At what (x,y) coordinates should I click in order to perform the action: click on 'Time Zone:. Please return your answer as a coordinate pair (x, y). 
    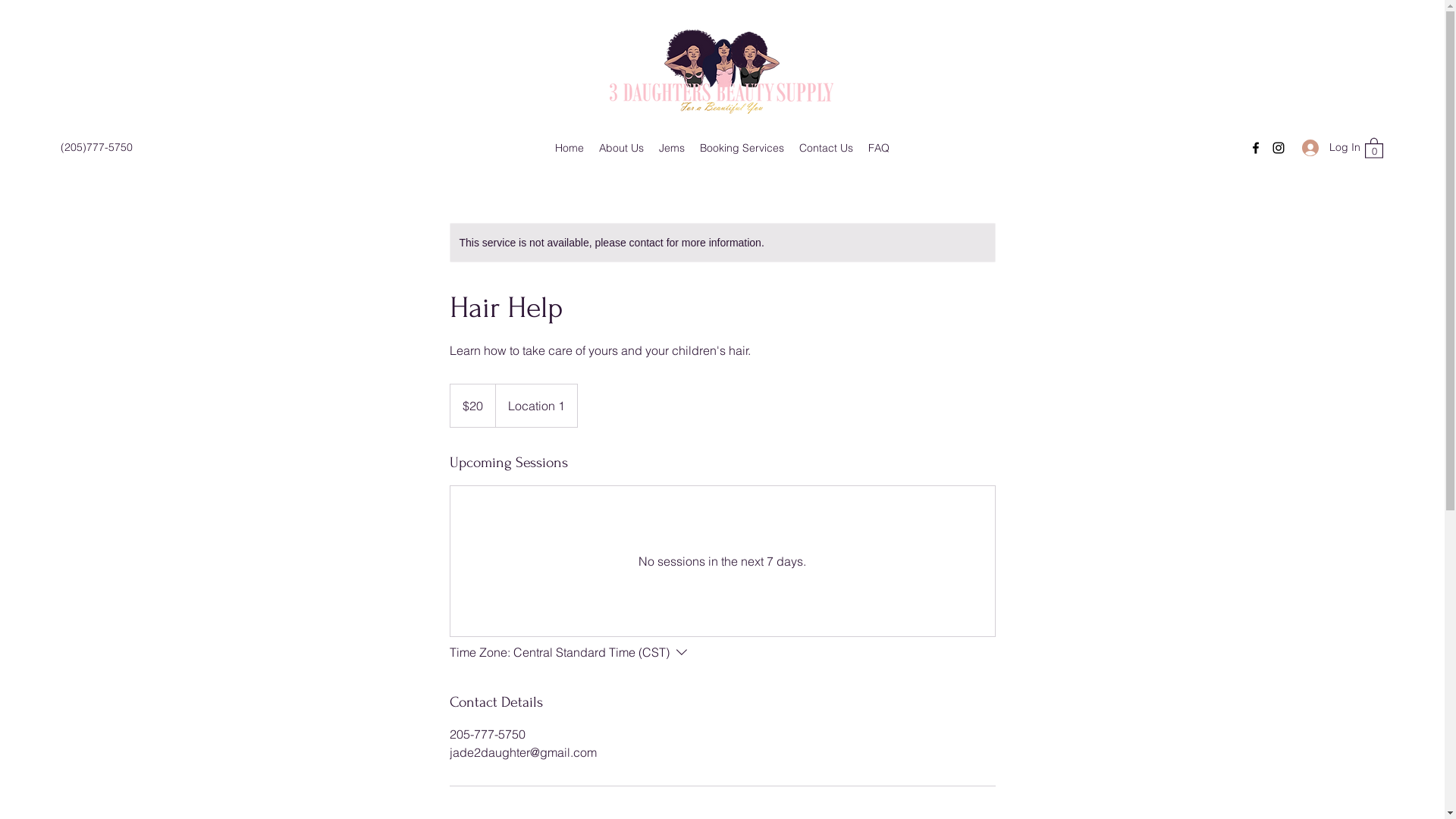
    Looking at the image, I should click on (570, 651).